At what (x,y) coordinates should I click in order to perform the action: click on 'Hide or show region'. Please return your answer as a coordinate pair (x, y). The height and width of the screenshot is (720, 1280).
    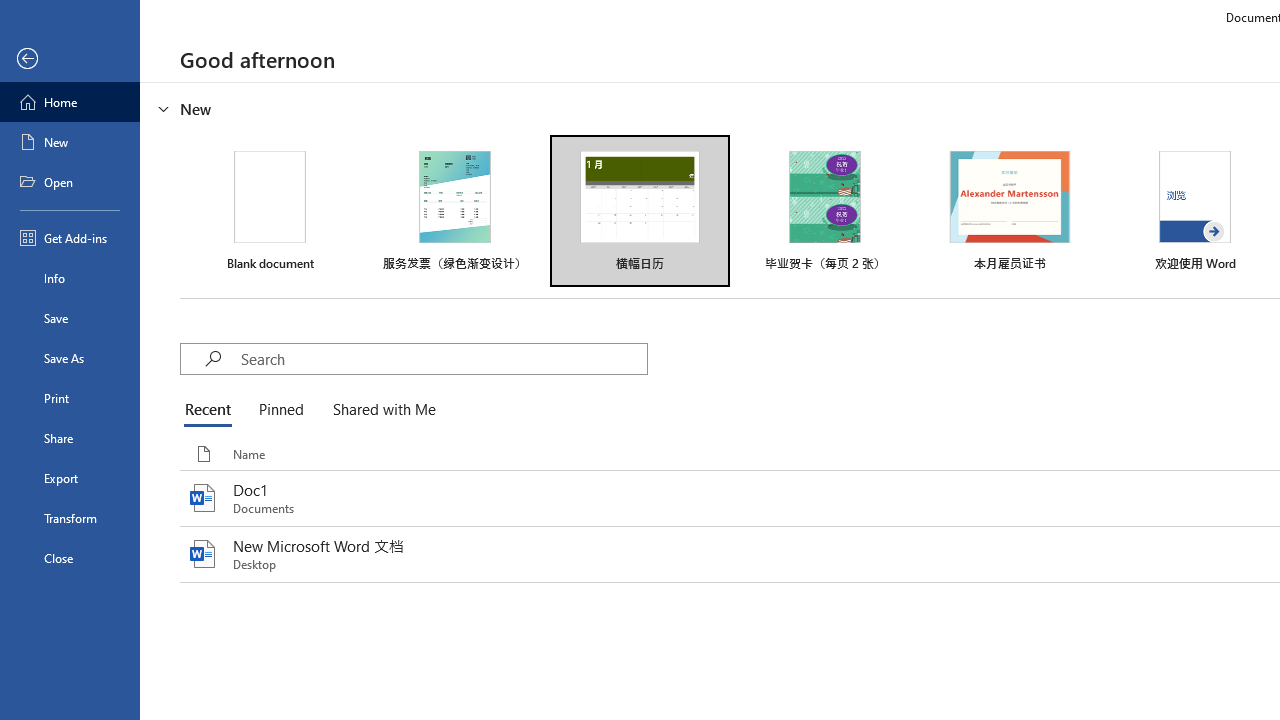
    Looking at the image, I should click on (164, 109).